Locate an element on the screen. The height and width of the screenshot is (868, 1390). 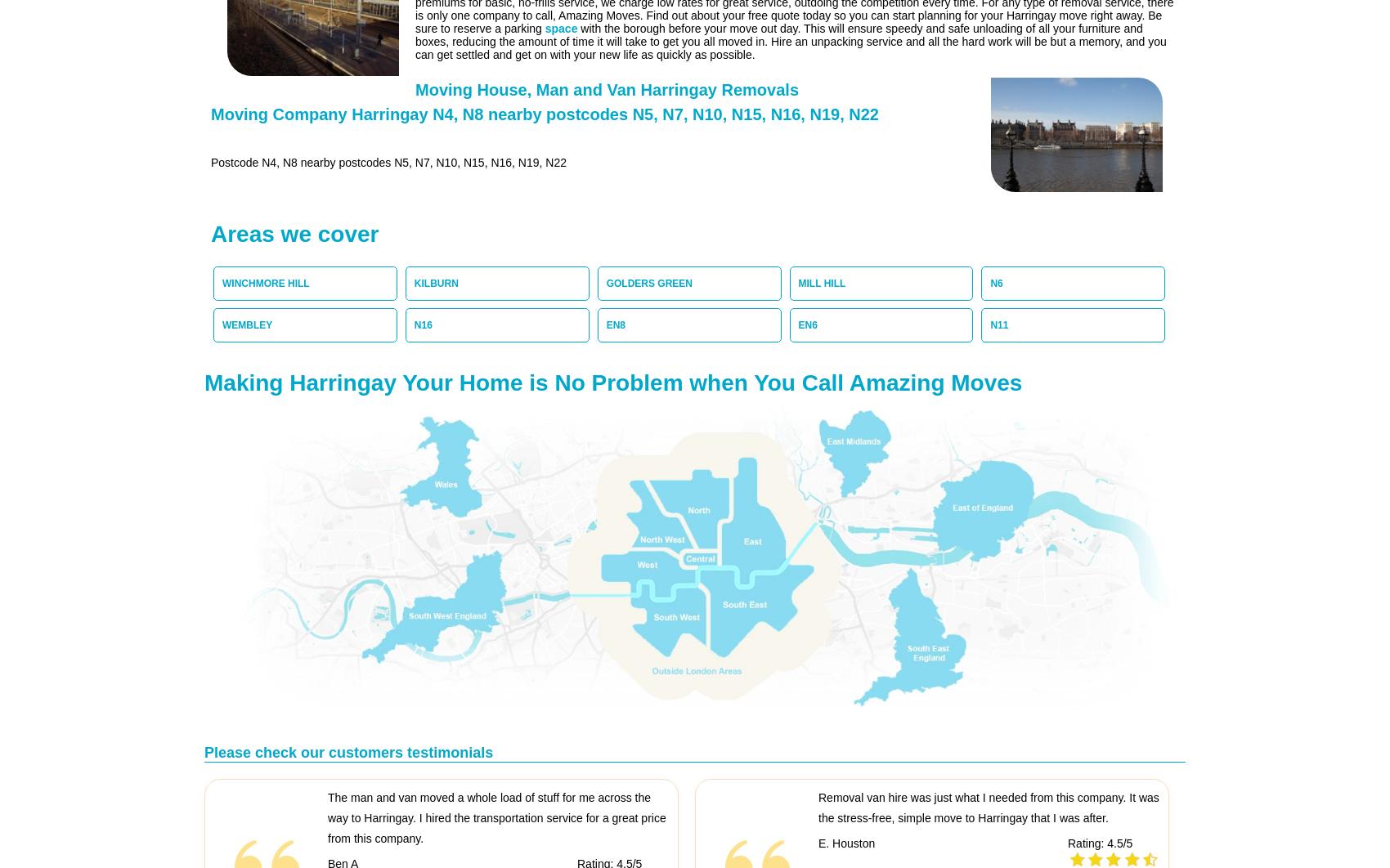
'N11' is located at coordinates (998, 324).